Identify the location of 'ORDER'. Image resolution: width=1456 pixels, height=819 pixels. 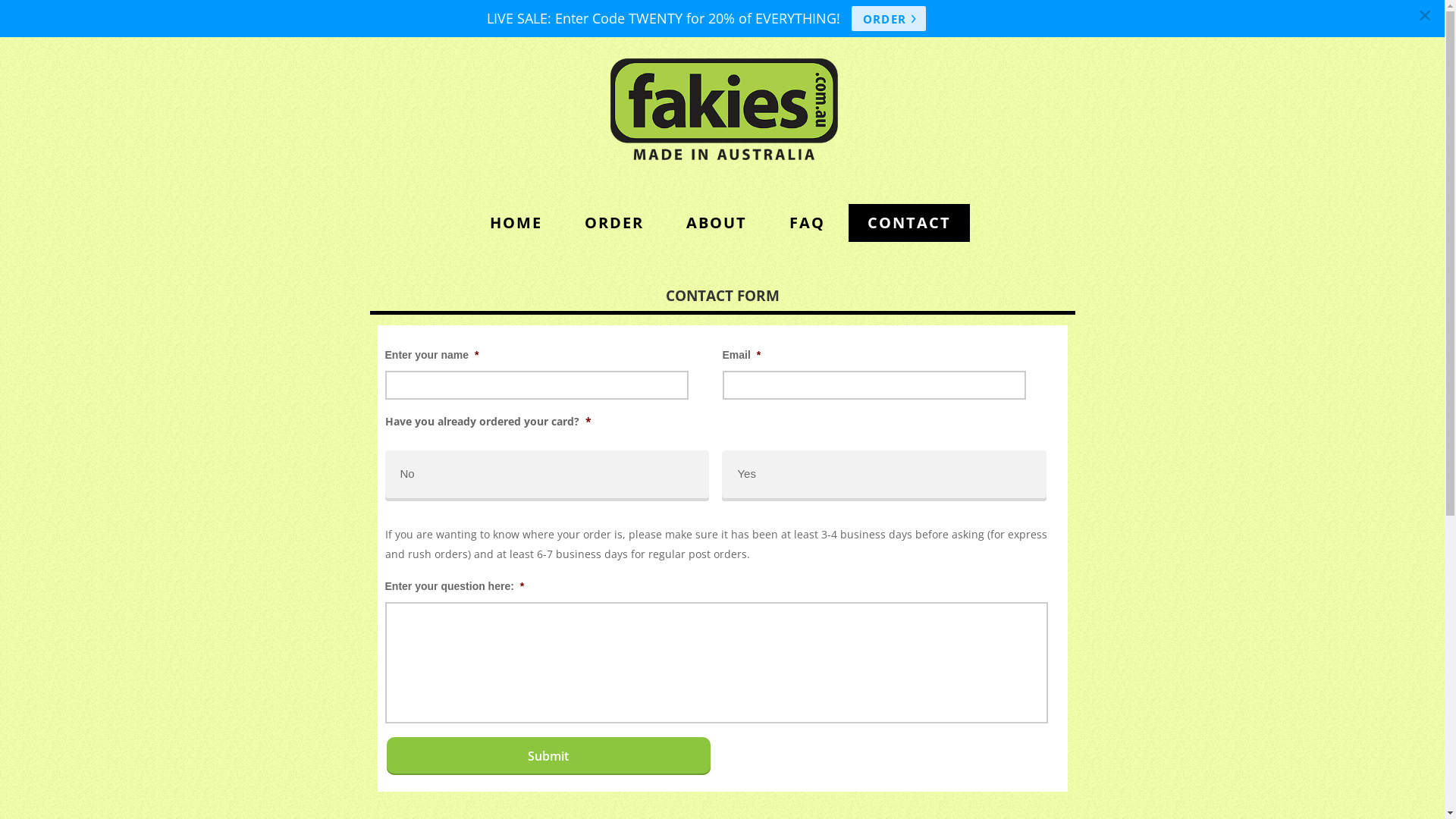
(564, 222).